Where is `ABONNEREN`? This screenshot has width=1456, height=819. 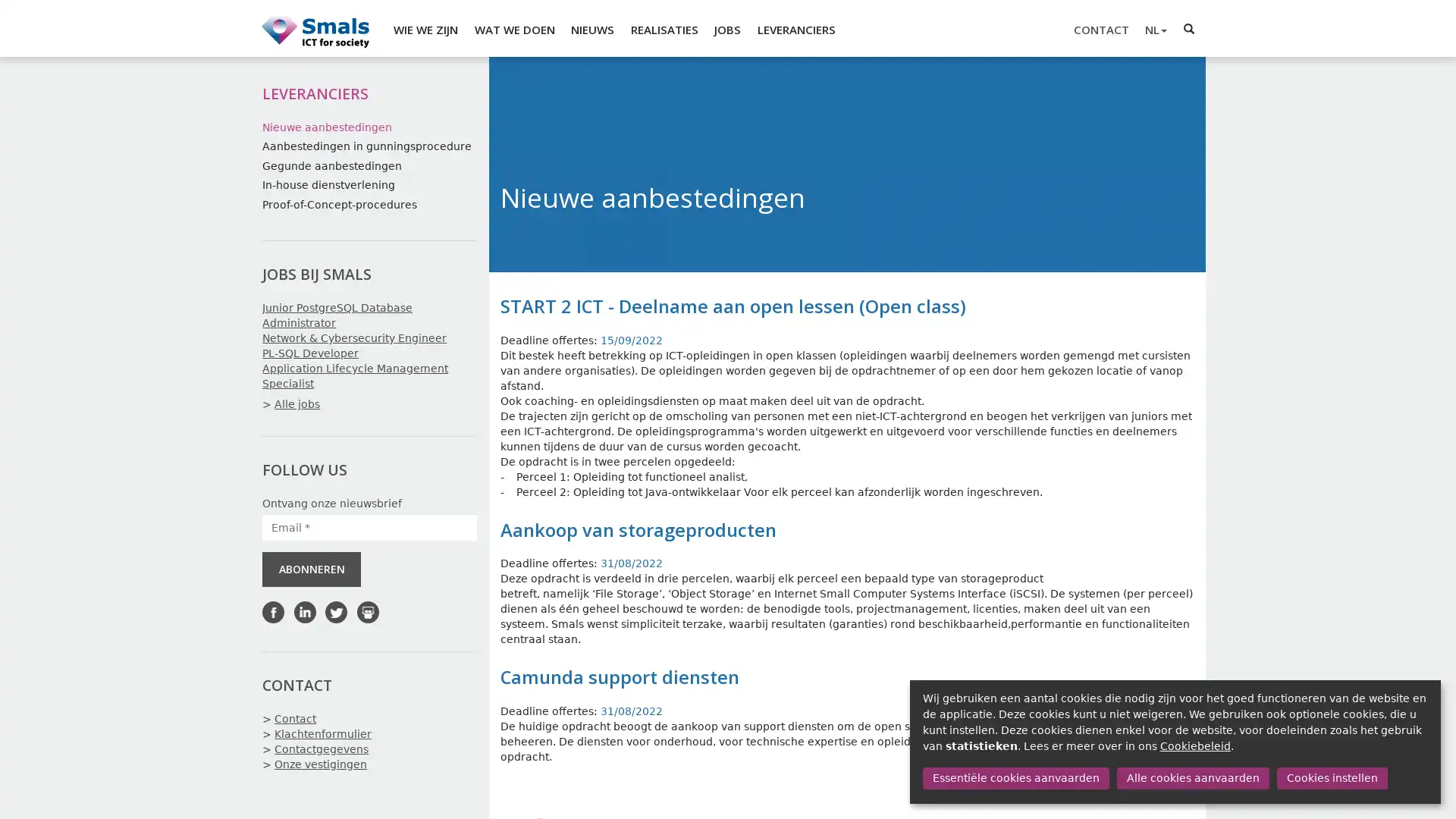
ABONNEREN is located at coordinates (311, 568).